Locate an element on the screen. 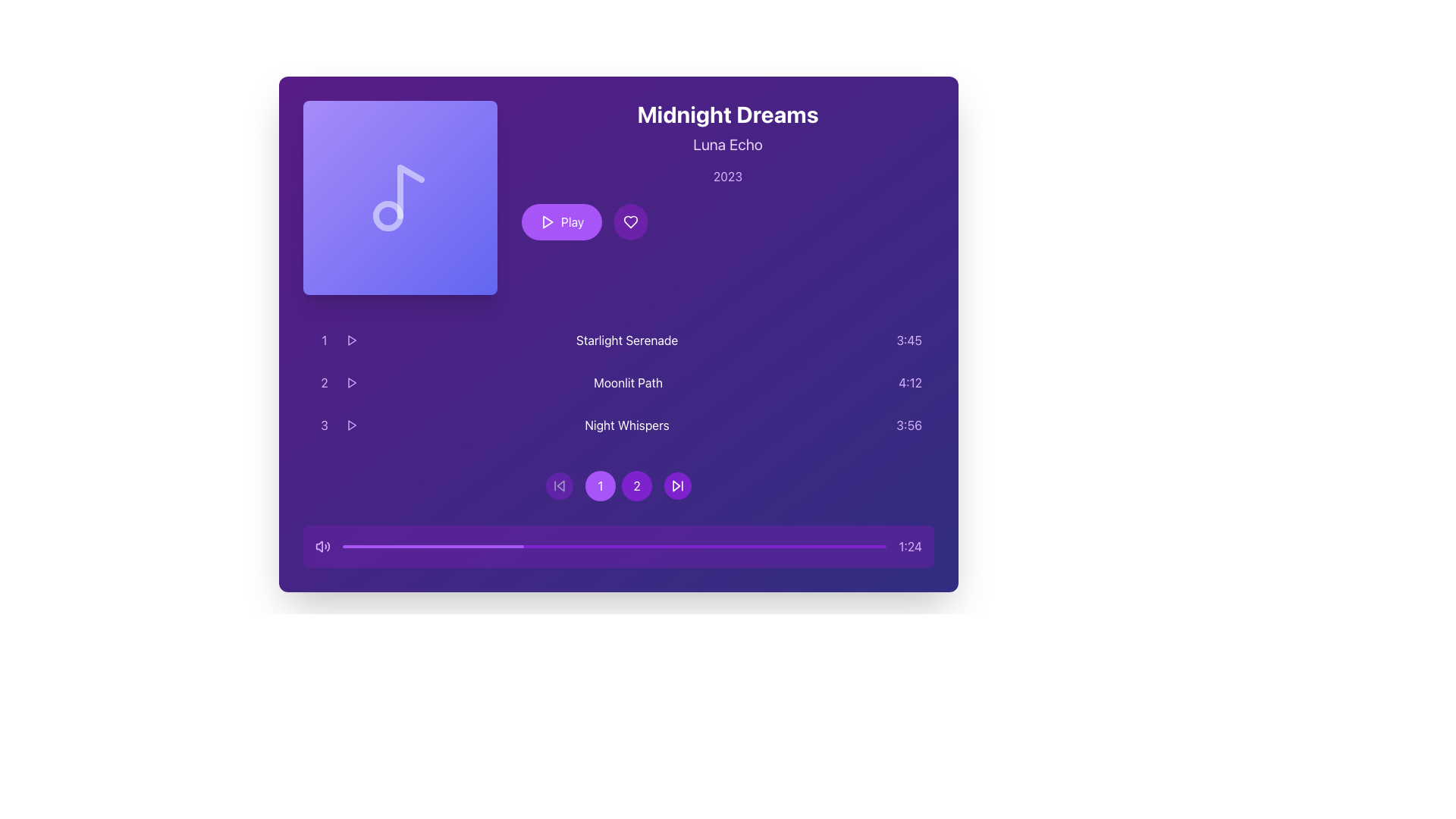  playback position is located at coordinates (788, 547).